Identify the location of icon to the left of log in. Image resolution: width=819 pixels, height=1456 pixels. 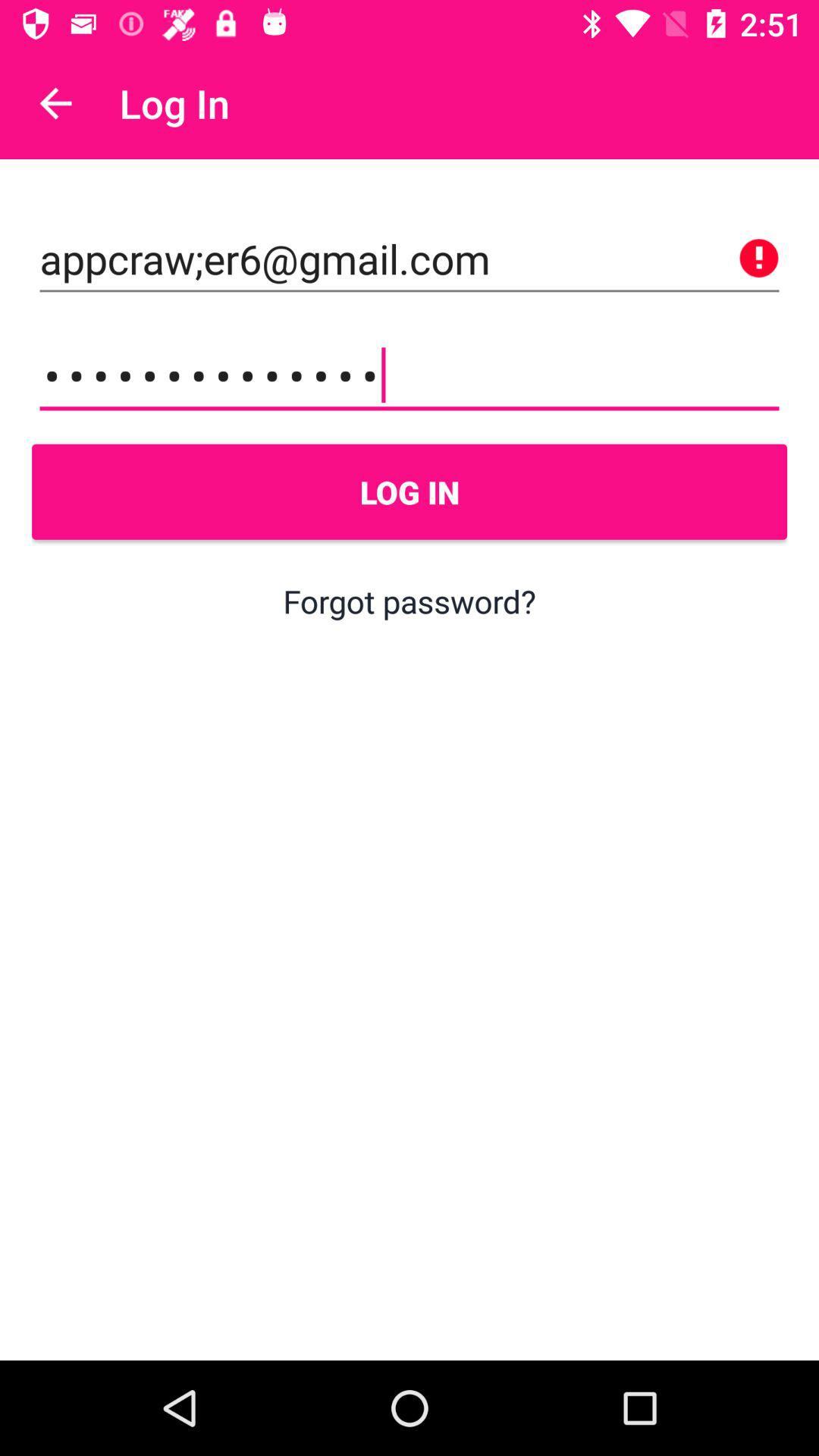
(55, 102).